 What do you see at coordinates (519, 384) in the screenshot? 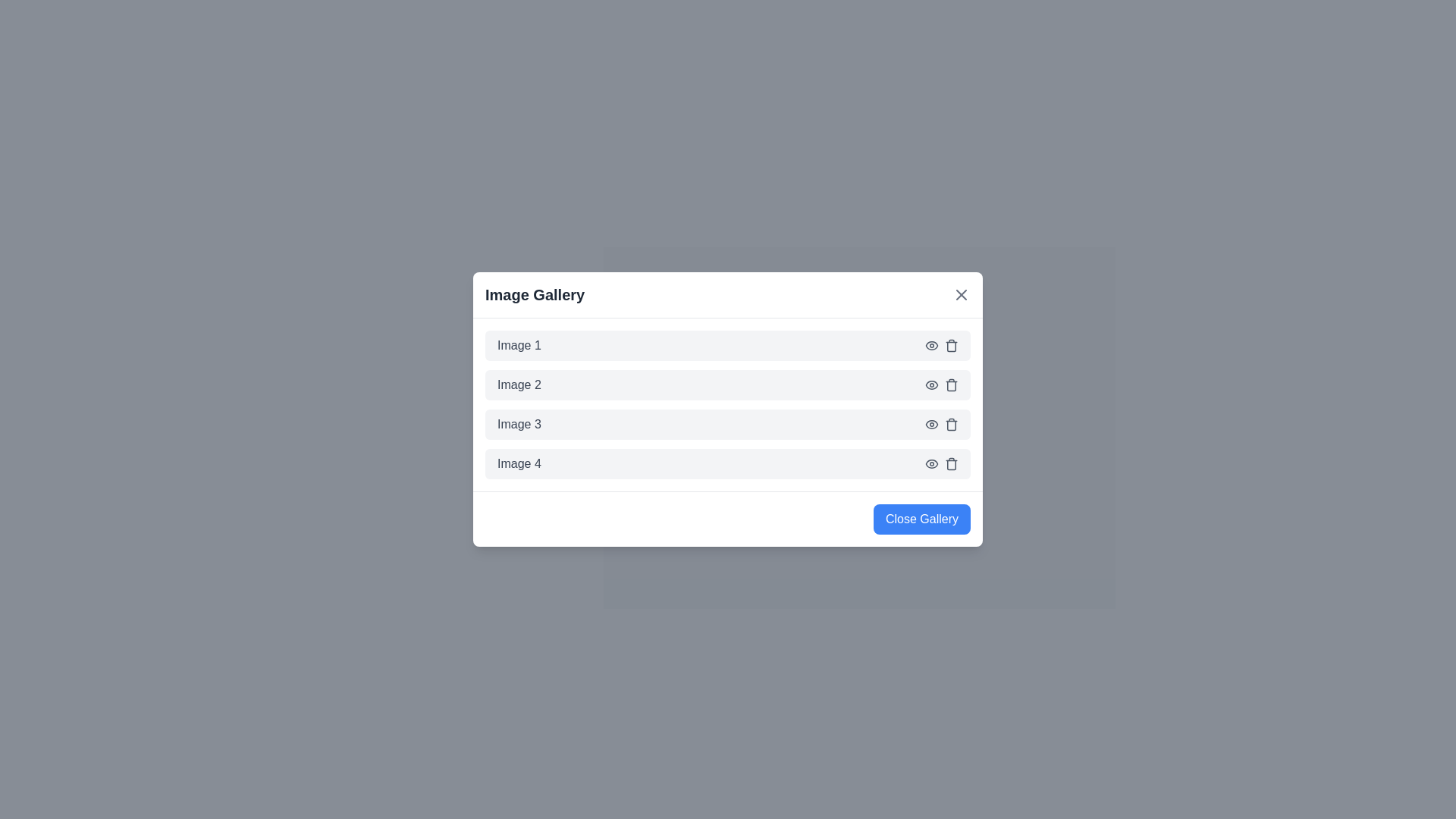
I see `the static text label displaying 'Image 2', which is styled in gray and positioned in the second row of the list of entries` at bounding box center [519, 384].